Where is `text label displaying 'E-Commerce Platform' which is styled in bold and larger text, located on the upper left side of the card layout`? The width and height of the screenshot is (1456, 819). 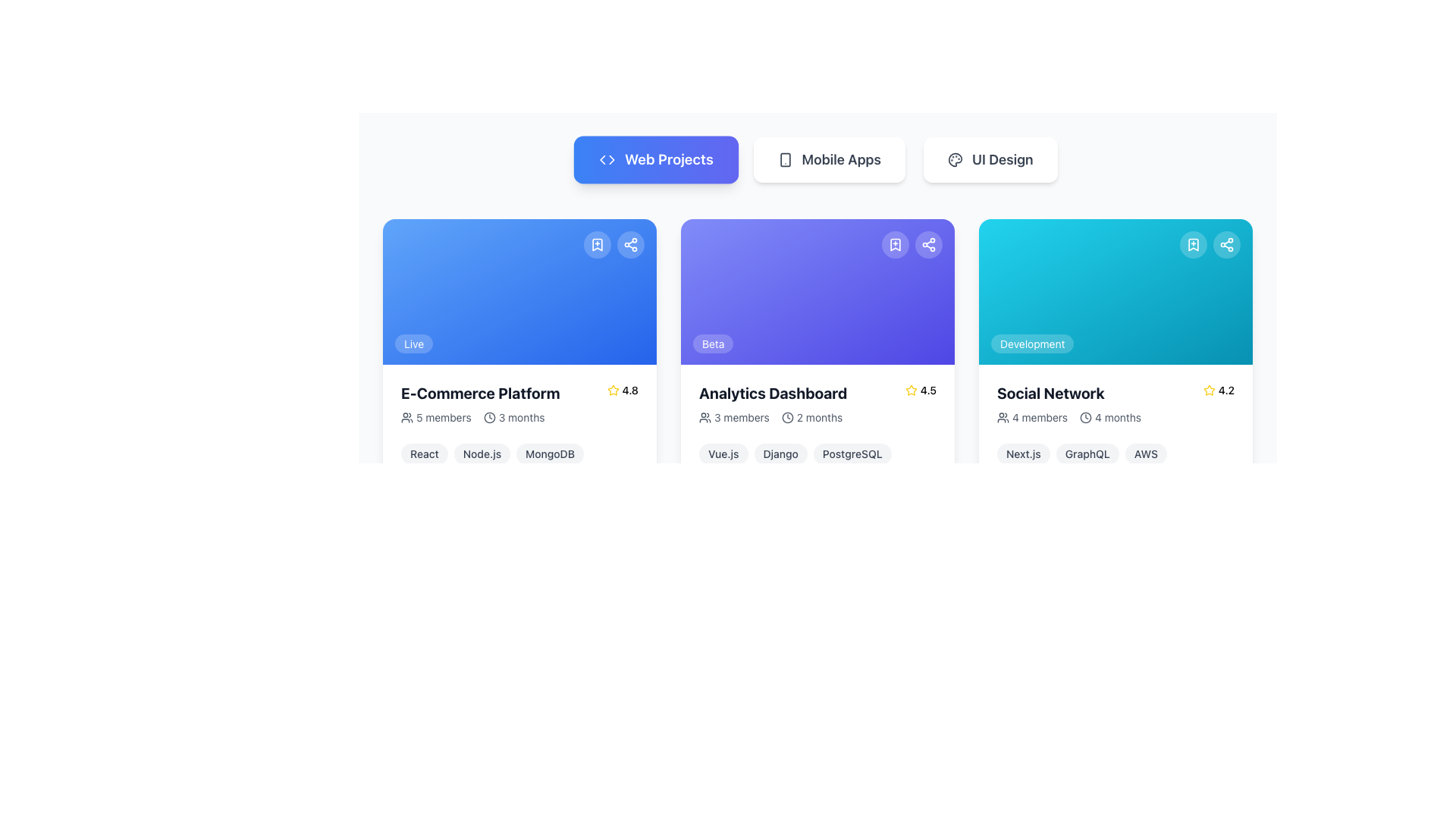
text label displaying 'E-Commerce Platform' which is styled in bold and larger text, located on the upper left side of the card layout is located at coordinates (479, 393).